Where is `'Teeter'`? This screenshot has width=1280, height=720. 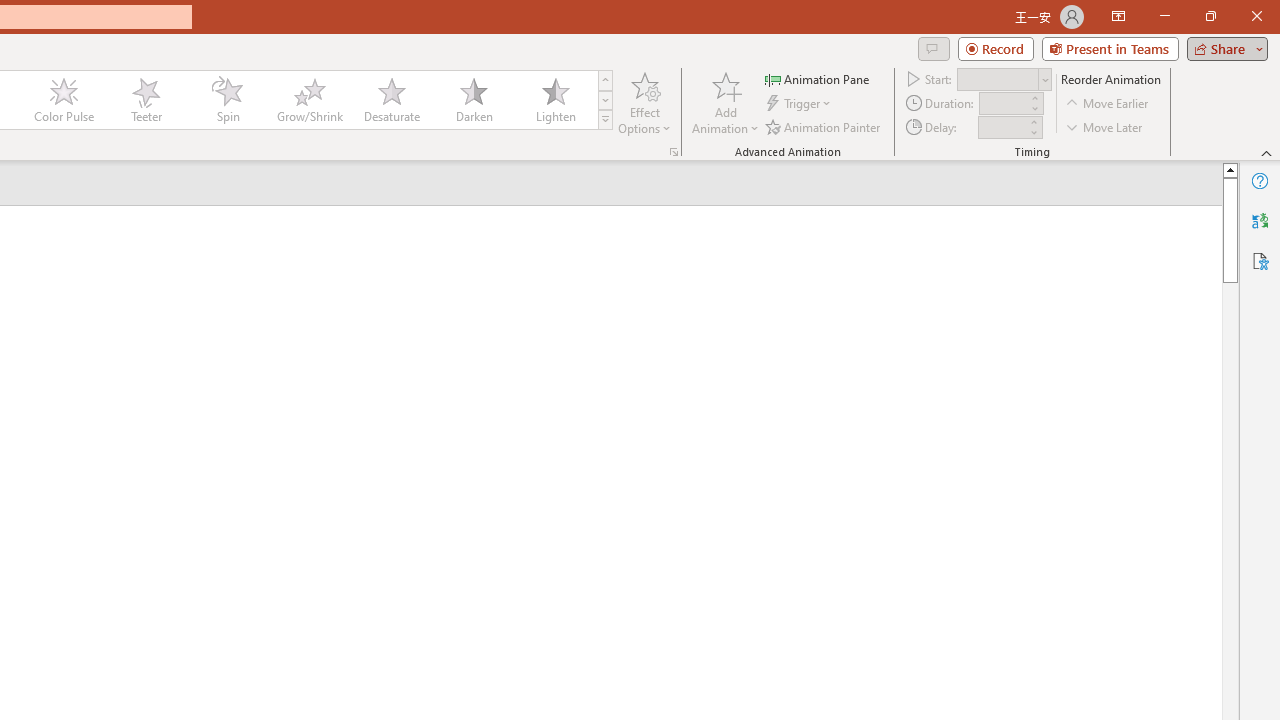
'Teeter' is located at coordinates (144, 100).